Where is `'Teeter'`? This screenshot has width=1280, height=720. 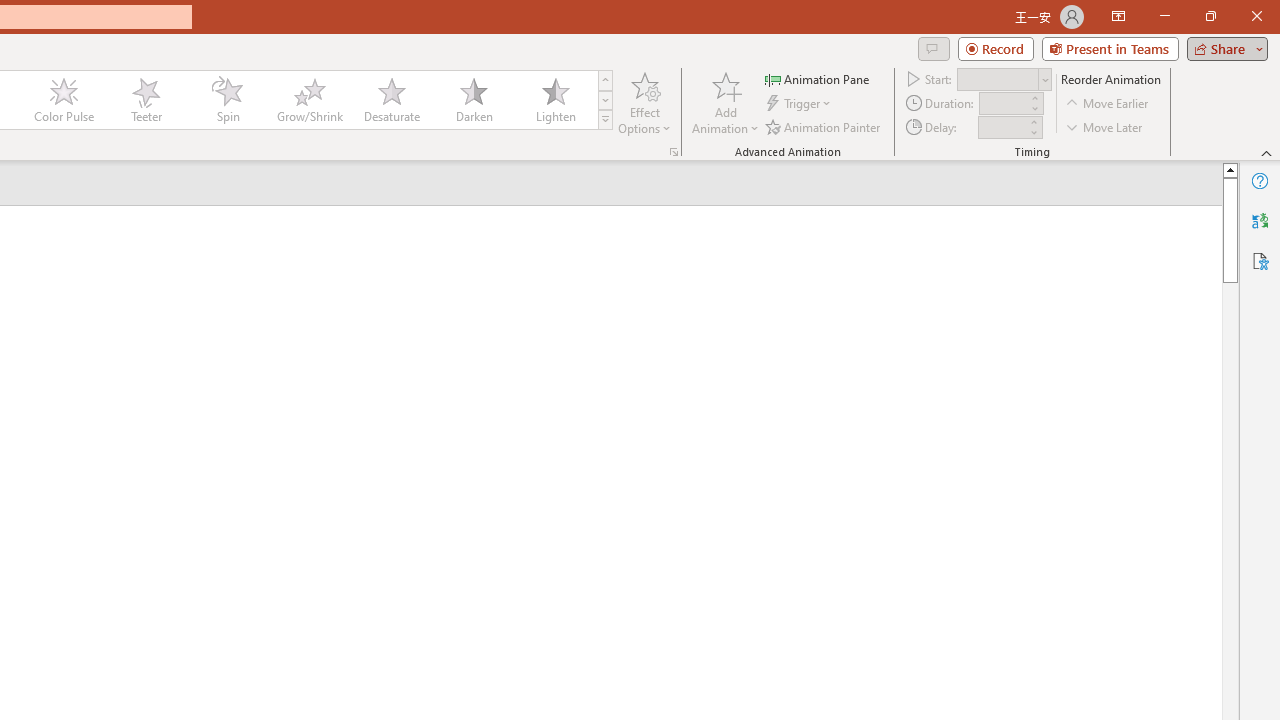
'Teeter' is located at coordinates (144, 100).